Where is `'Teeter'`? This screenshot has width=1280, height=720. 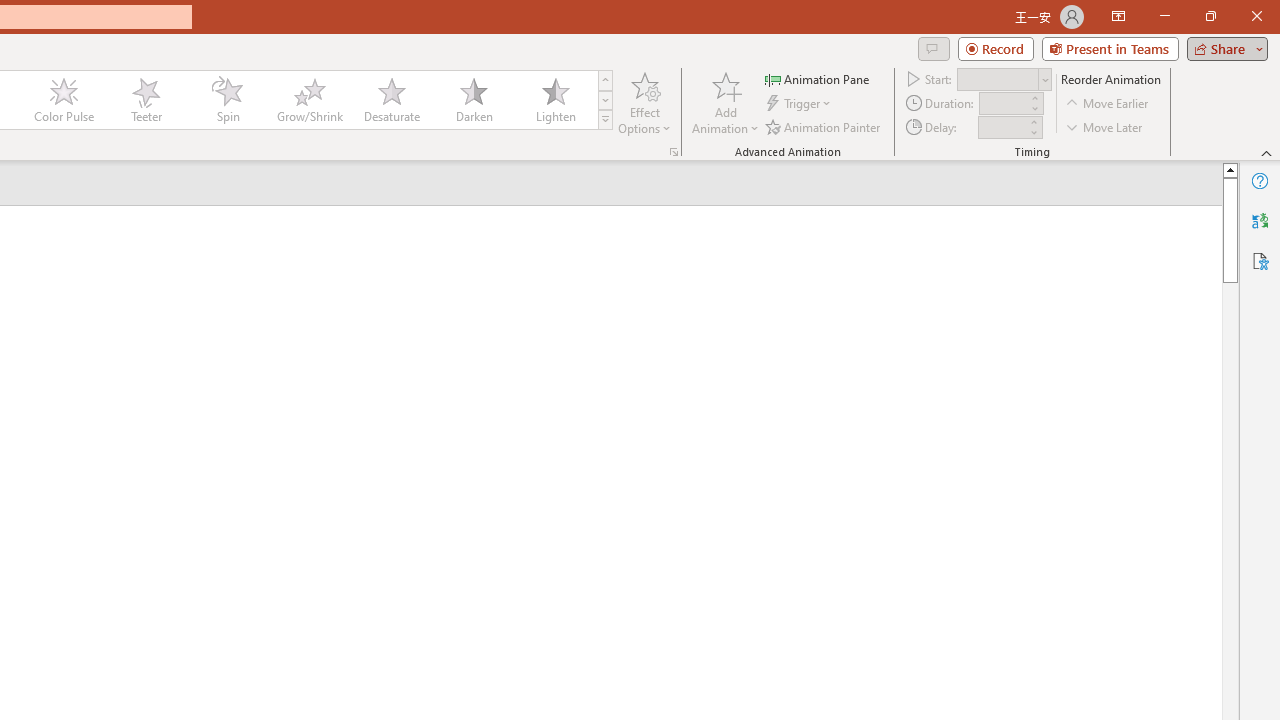
'Teeter' is located at coordinates (144, 100).